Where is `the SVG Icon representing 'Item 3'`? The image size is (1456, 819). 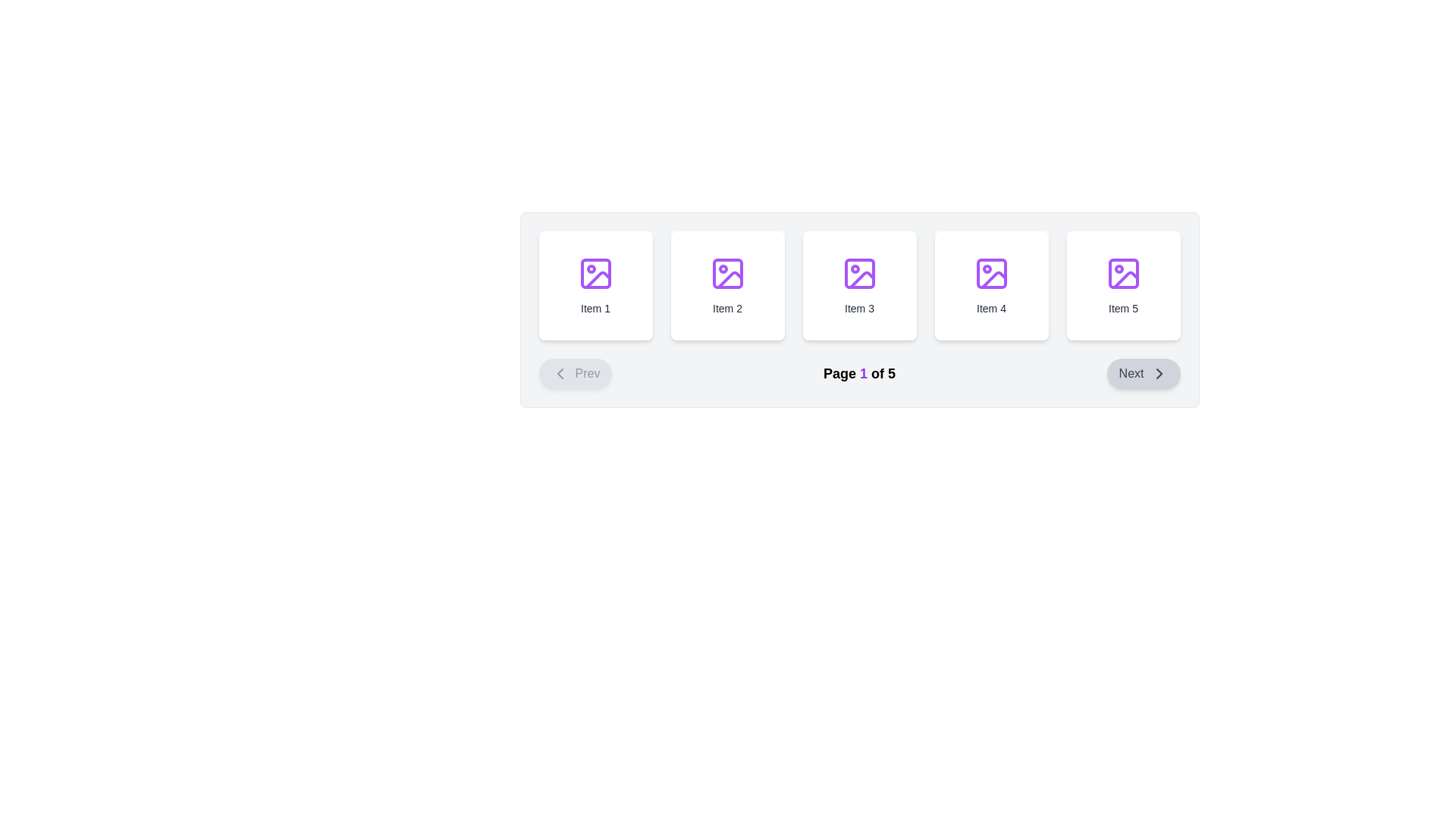 the SVG Icon representing 'Item 3' is located at coordinates (859, 274).